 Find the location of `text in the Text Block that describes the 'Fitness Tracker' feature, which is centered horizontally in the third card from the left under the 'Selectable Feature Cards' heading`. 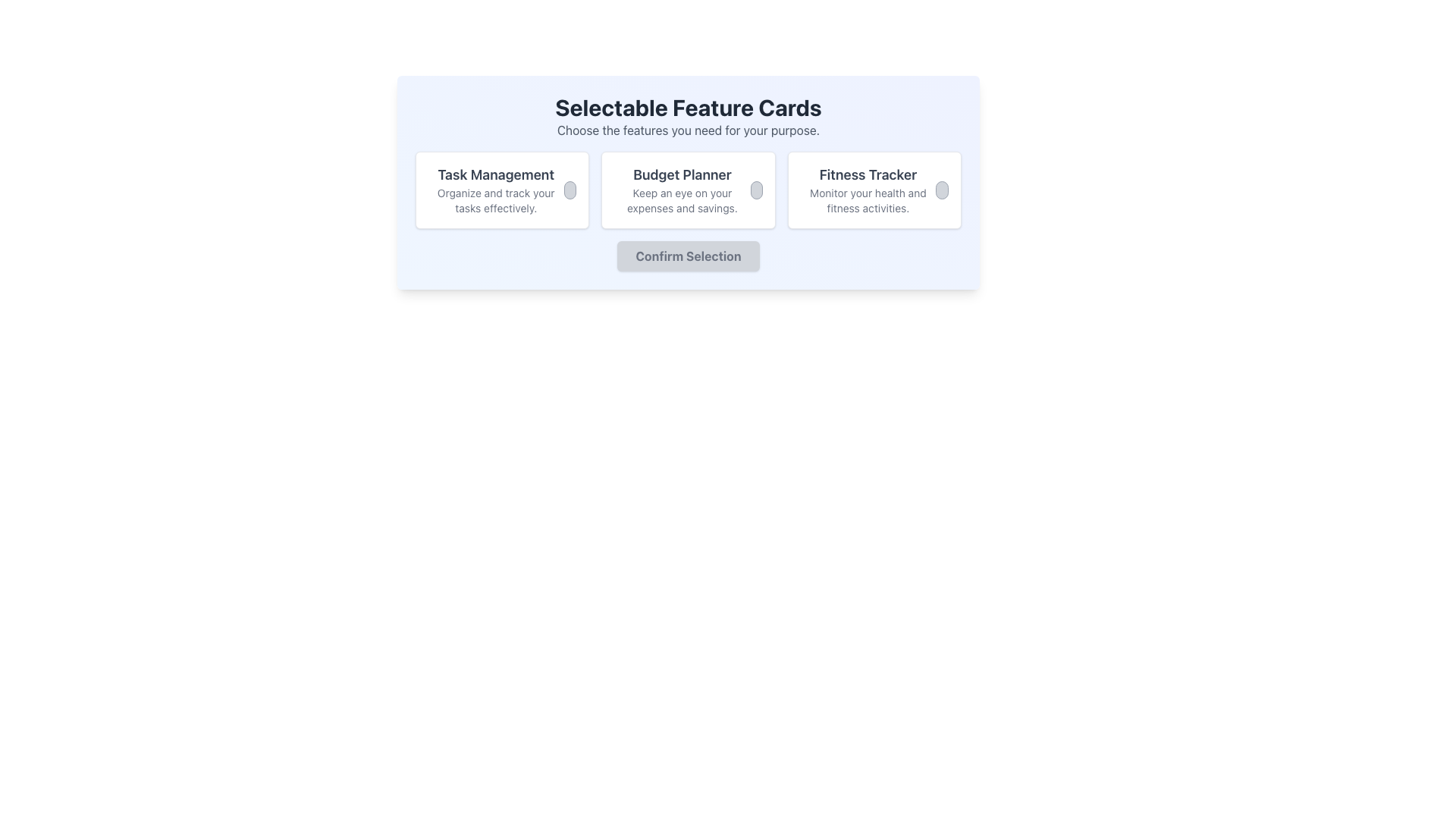

text in the Text Block that describes the 'Fitness Tracker' feature, which is centered horizontally in the third card from the left under the 'Selectable Feature Cards' heading is located at coordinates (868, 189).